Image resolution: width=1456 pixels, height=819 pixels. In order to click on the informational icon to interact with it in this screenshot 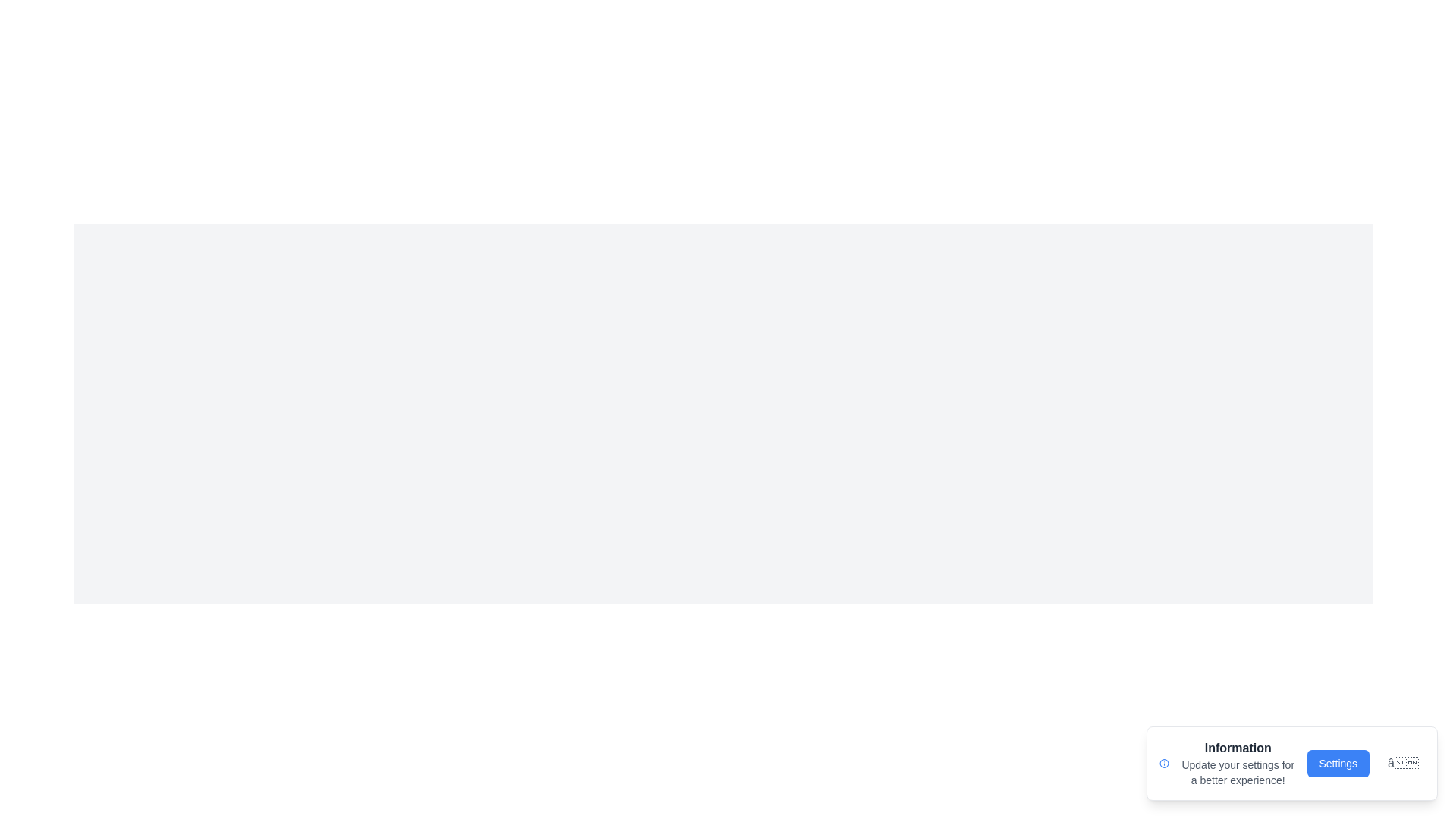, I will do `click(1163, 763)`.